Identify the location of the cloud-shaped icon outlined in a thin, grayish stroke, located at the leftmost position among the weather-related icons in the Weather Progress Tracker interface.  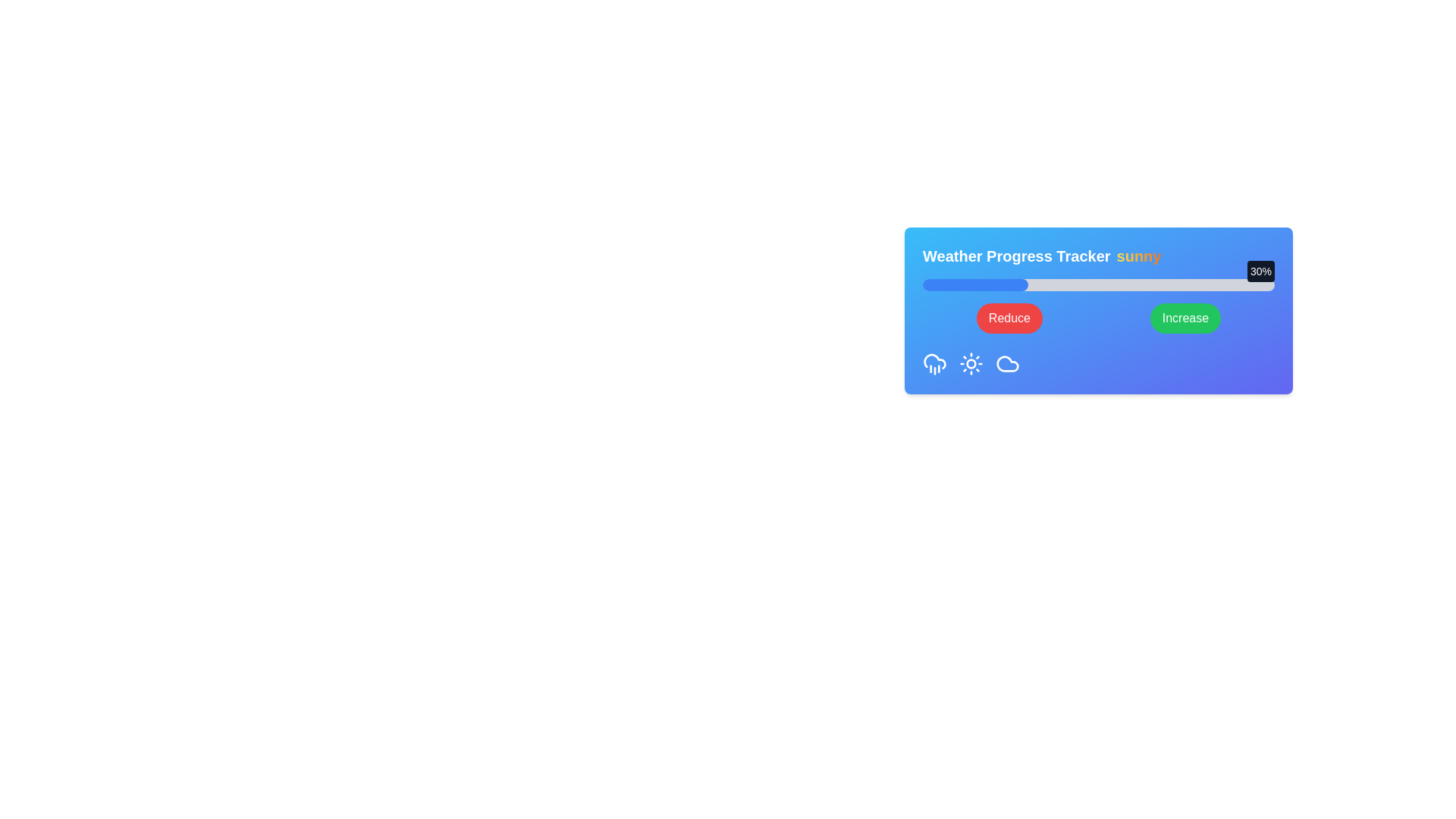
(1008, 363).